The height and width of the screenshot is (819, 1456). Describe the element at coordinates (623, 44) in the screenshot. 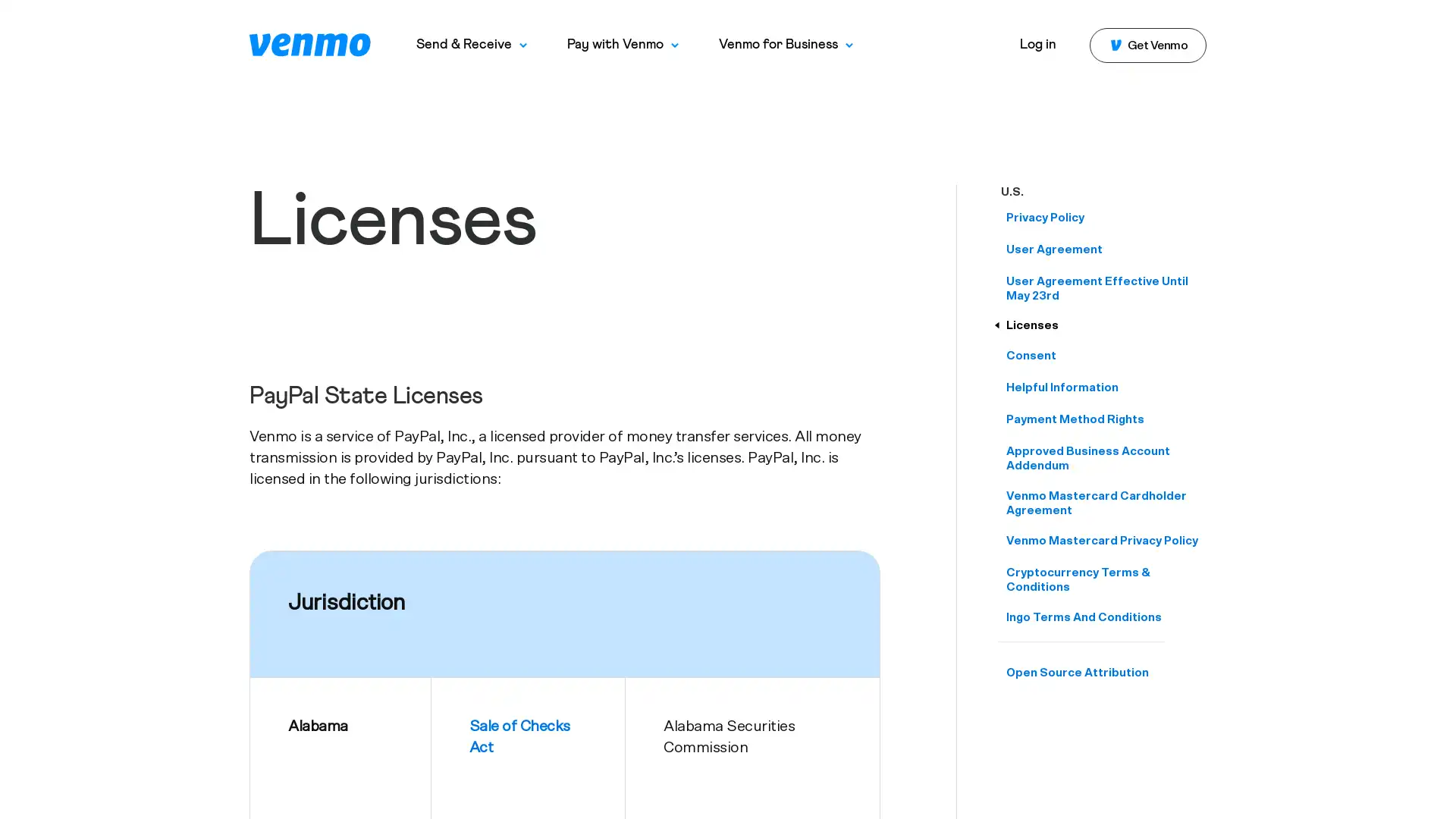

I see `Pay with Venmo` at that location.